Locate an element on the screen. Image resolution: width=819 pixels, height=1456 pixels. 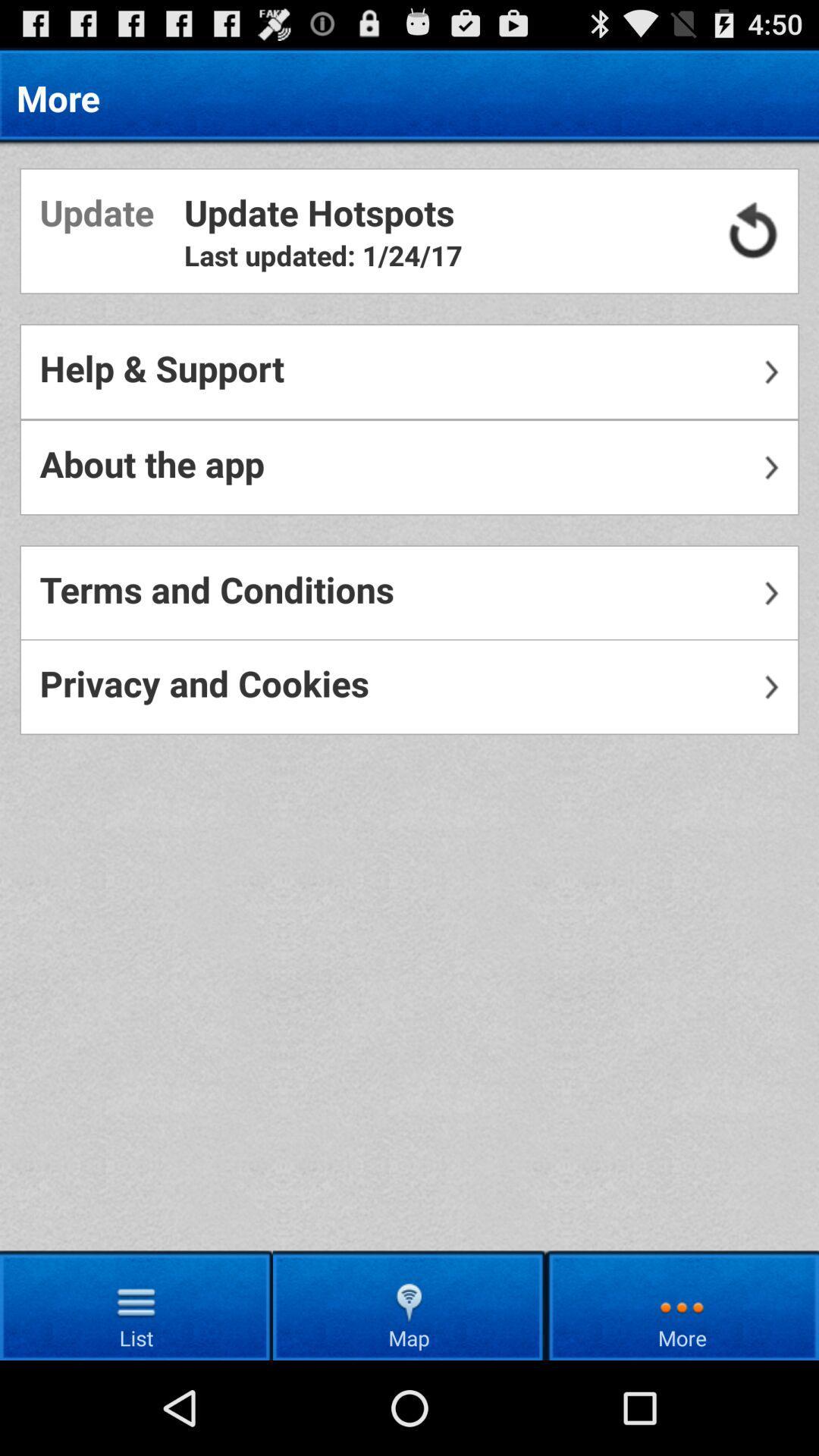
the item above the privacy and cookies is located at coordinates (409, 592).